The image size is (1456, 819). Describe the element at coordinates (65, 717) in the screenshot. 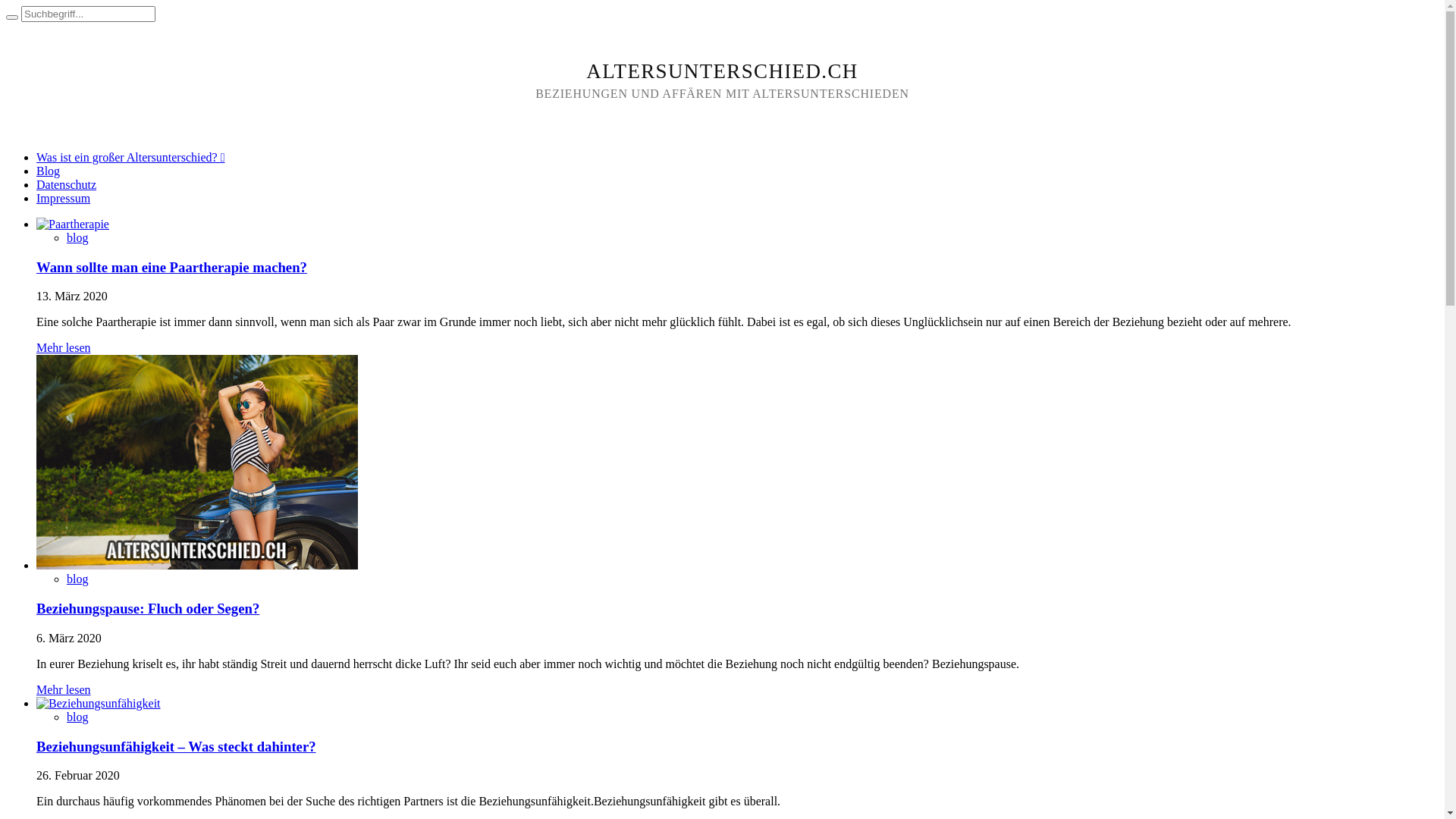

I see `'blog'` at that location.